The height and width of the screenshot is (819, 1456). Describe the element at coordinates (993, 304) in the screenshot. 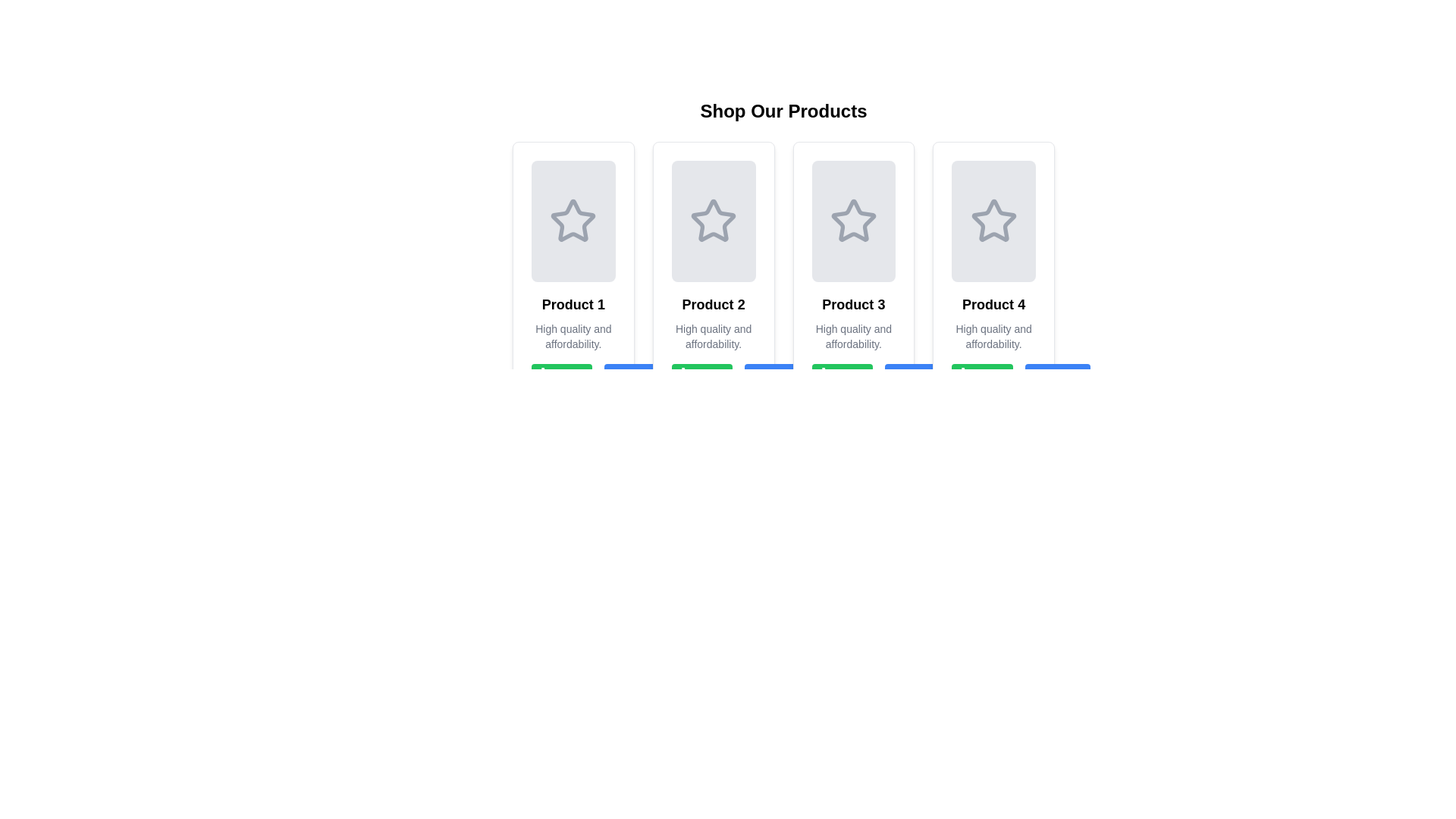

I see `the Text label that serves as the title or identifier for 'Product 4', located in the fourth product card from the left, above the subtitle 'High quality and affordability.'` at that location.